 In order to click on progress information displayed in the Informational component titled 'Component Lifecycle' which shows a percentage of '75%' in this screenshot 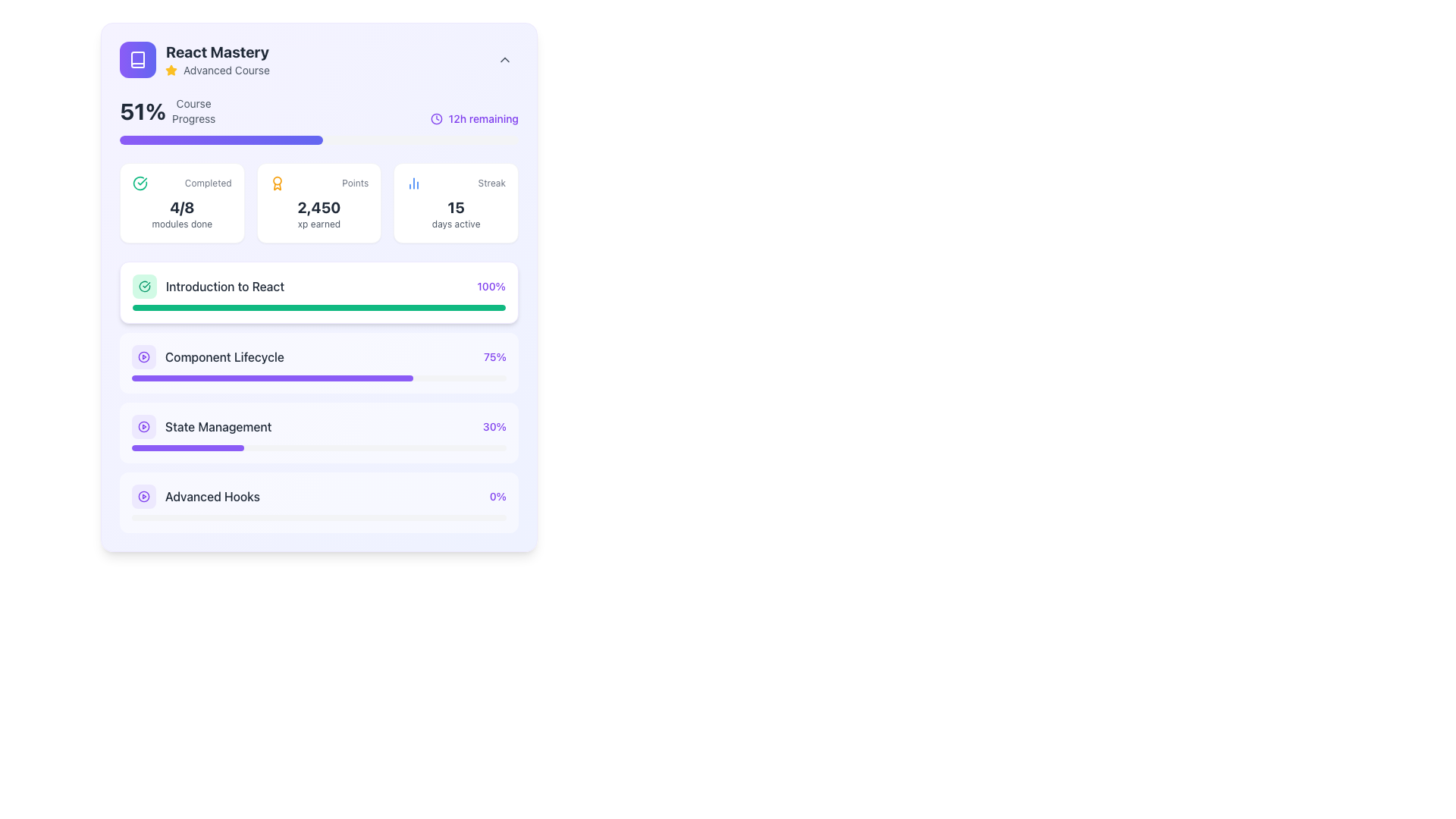, I will do `click(318, 356)`.